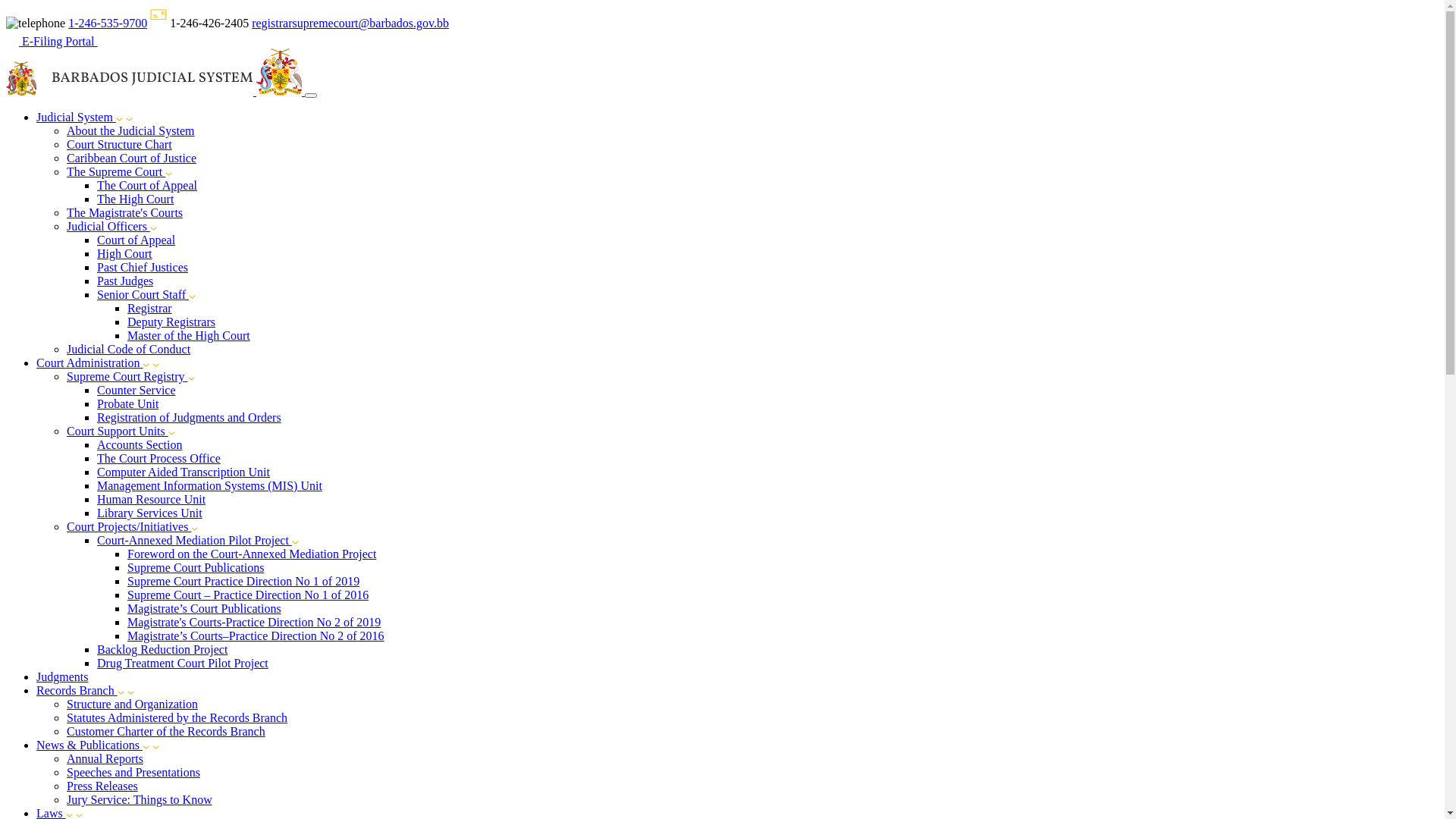  I want to click on 'Probate Unit', so click(127, 403).